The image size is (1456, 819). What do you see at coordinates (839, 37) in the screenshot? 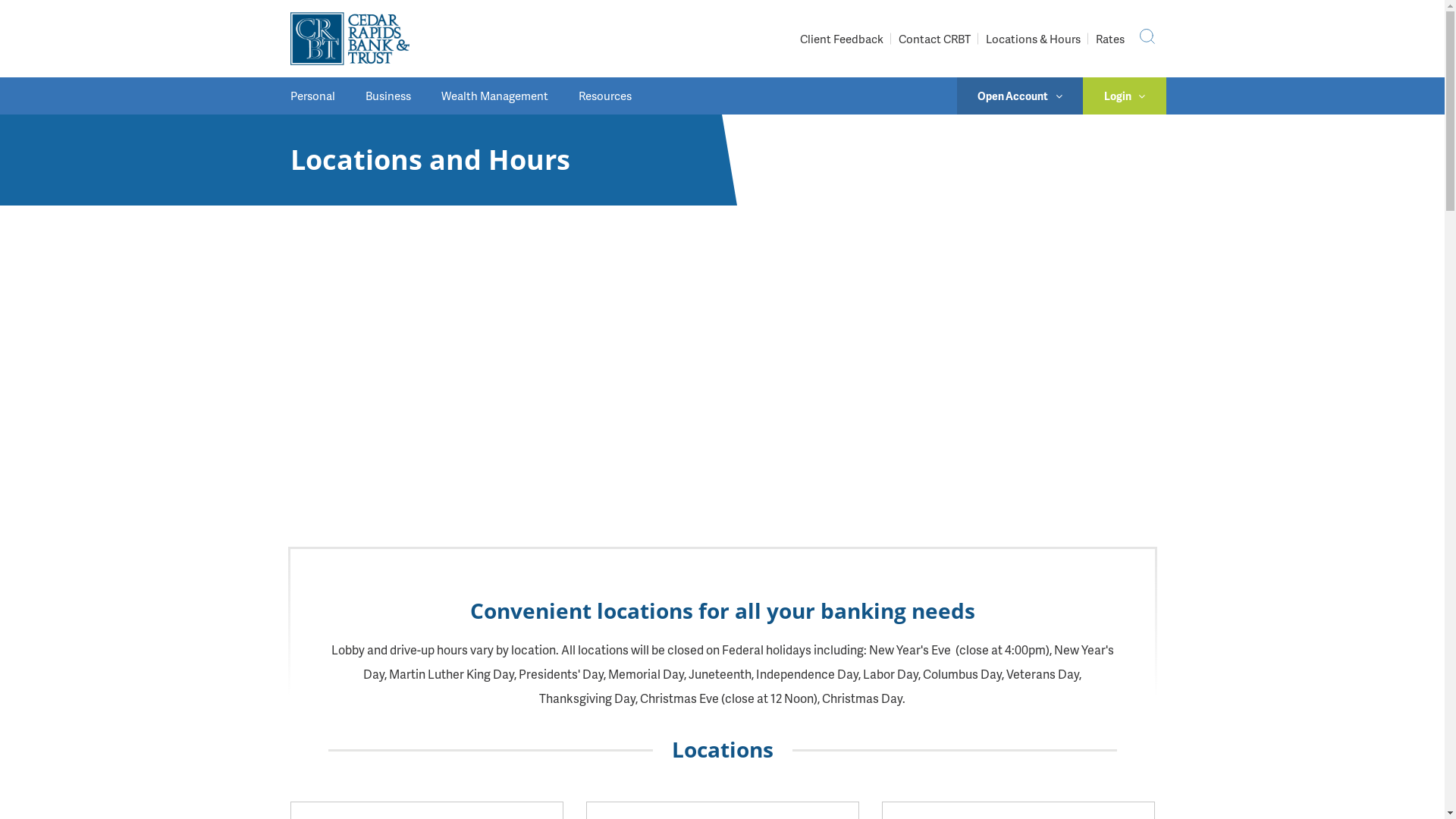
I see `'Client Feedback'` at bounding box center [839, 37].